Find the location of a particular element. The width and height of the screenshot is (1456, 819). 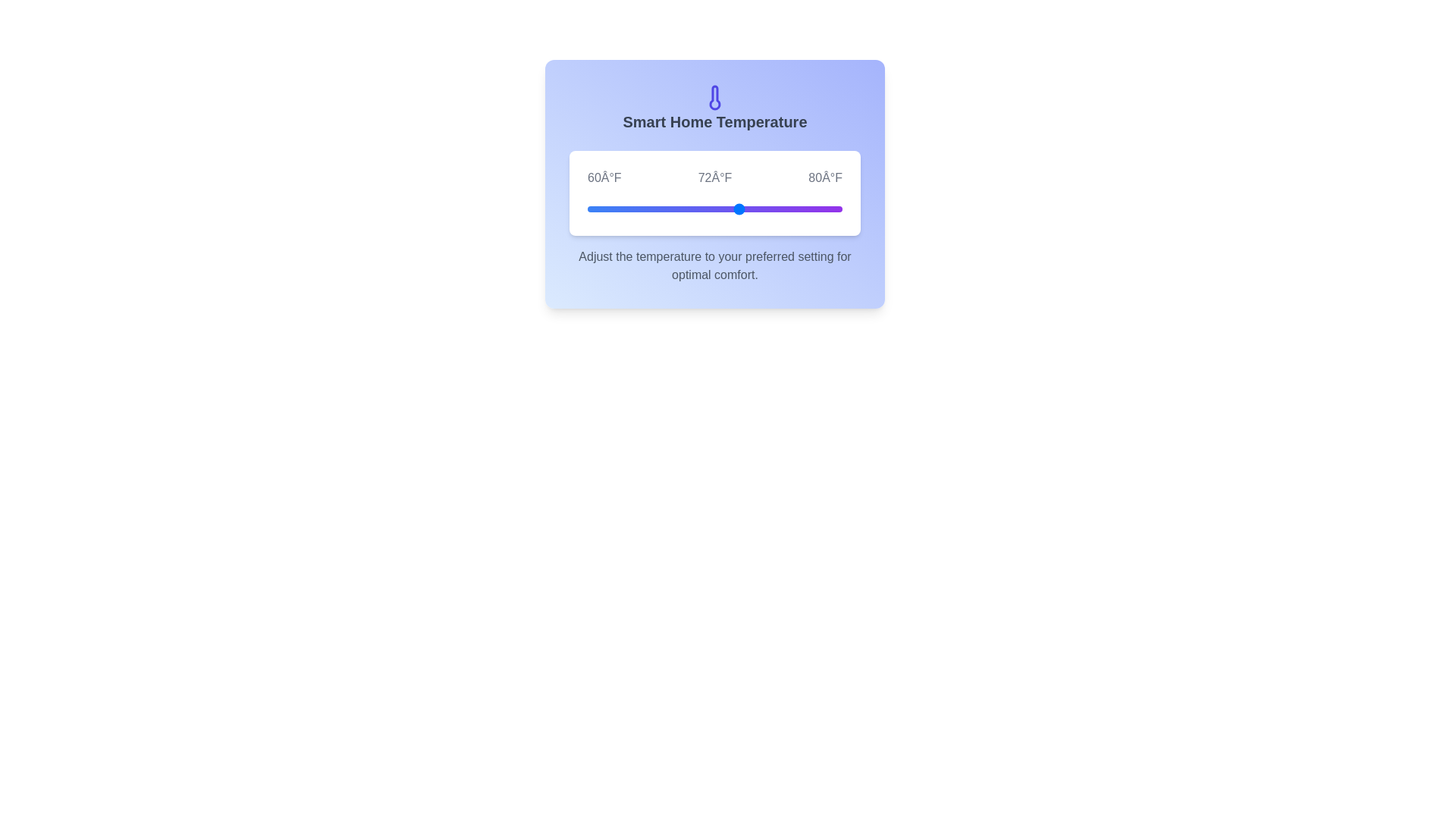

the temperature slider to 66°F is located at coordinates (664, 209).